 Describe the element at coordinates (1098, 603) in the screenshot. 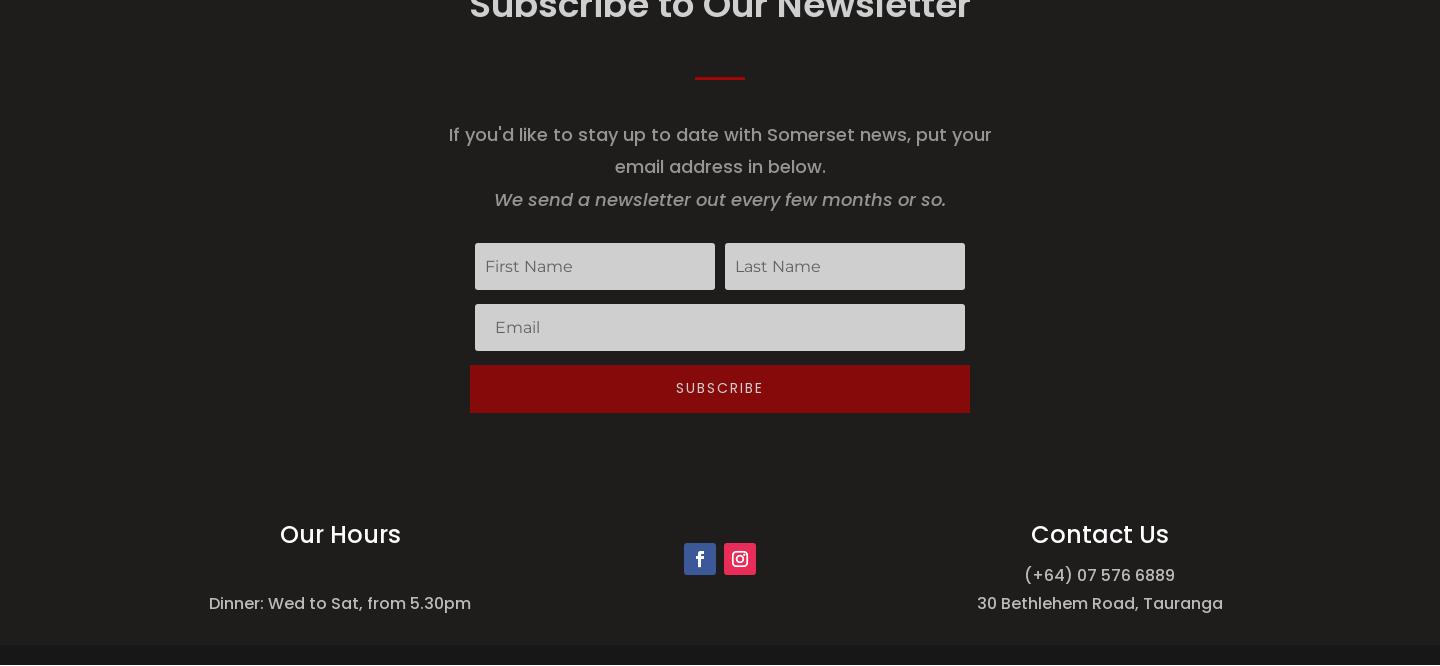

I see `'30 Bethlehem Road, Tauranga'` at that location.